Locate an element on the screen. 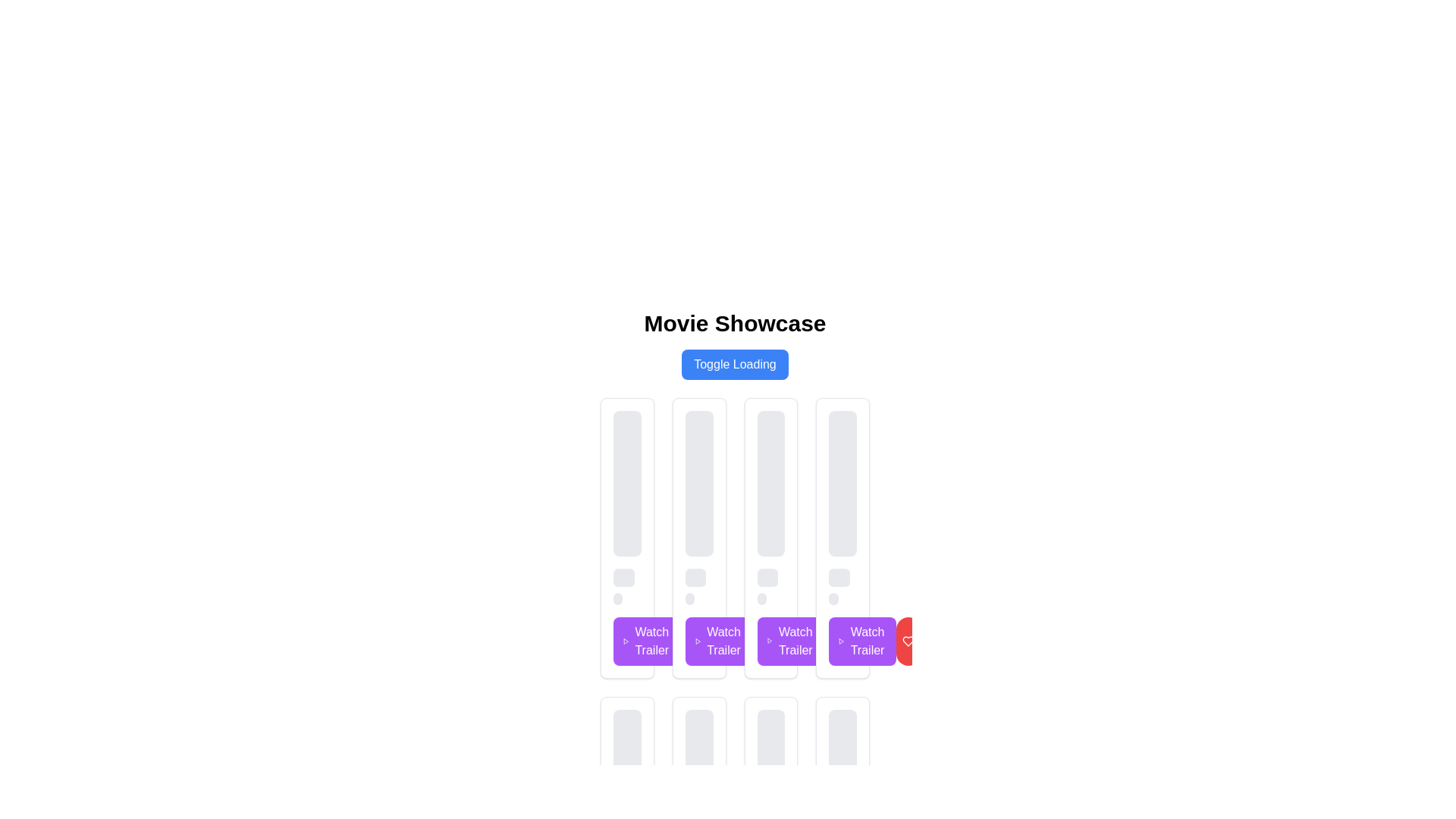  the button located directly below the heading 'Movie Showcase' that triggers or toggles a loading state in the application is located at coordinates (735, 365).